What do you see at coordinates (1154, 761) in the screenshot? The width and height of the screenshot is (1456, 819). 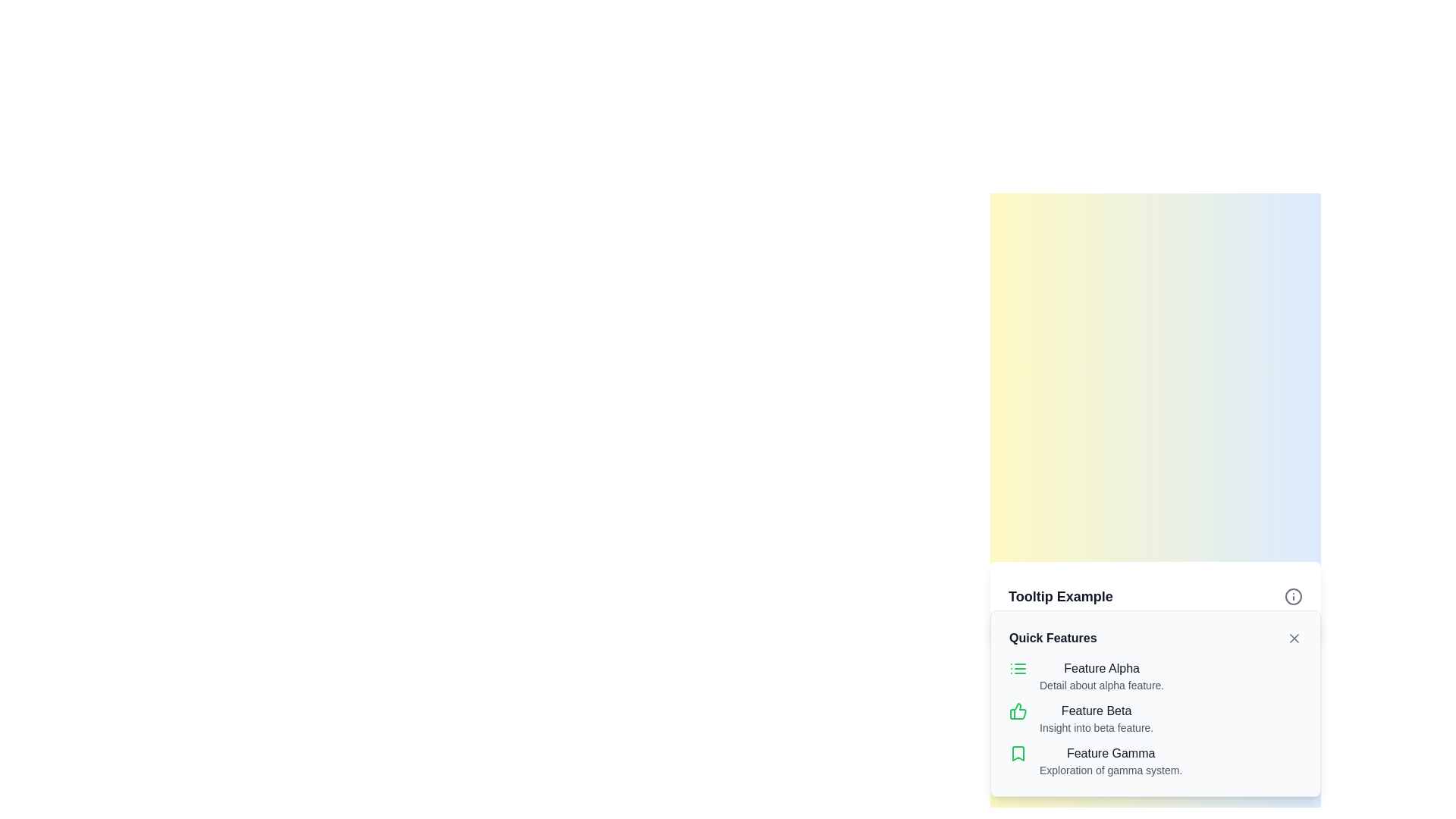 I see `the text block containing the bold title 'Feature Gamma' and the subtitle 'Exploration of gamma system.', which is located at the bottom of the feature list` at bounding box center [1154, 761].